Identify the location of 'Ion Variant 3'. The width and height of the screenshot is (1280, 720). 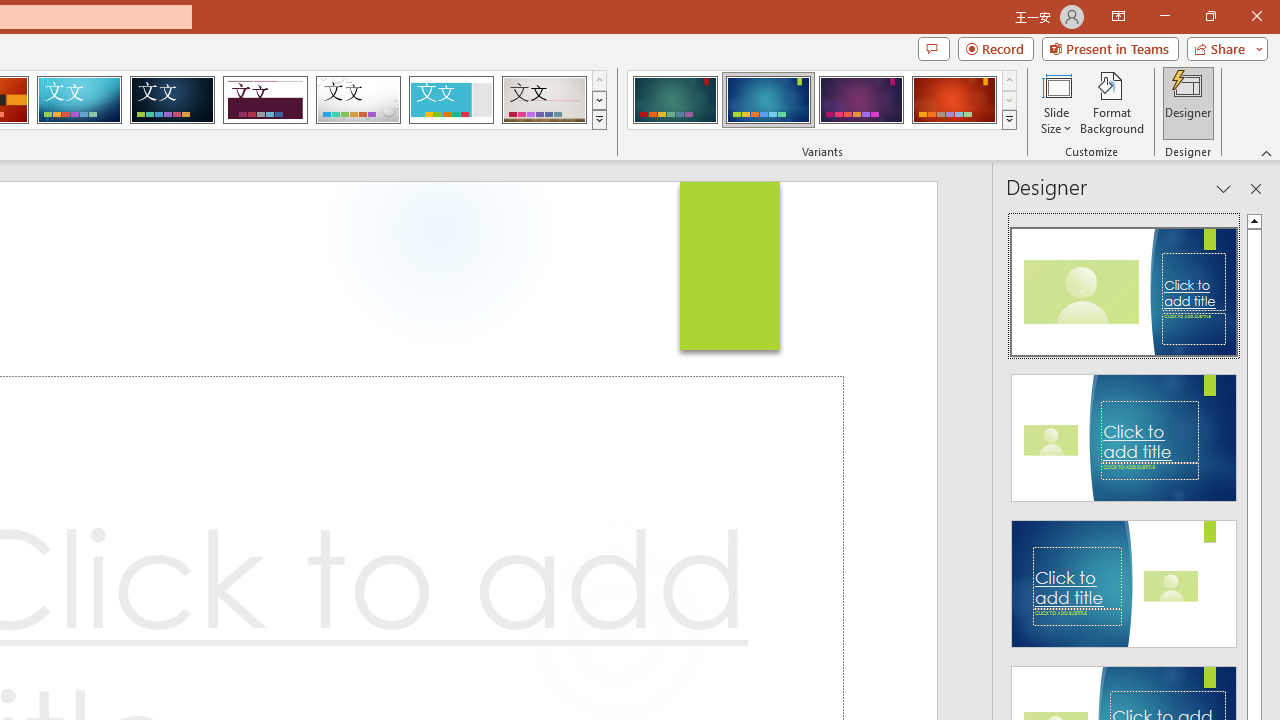
(861, 100).